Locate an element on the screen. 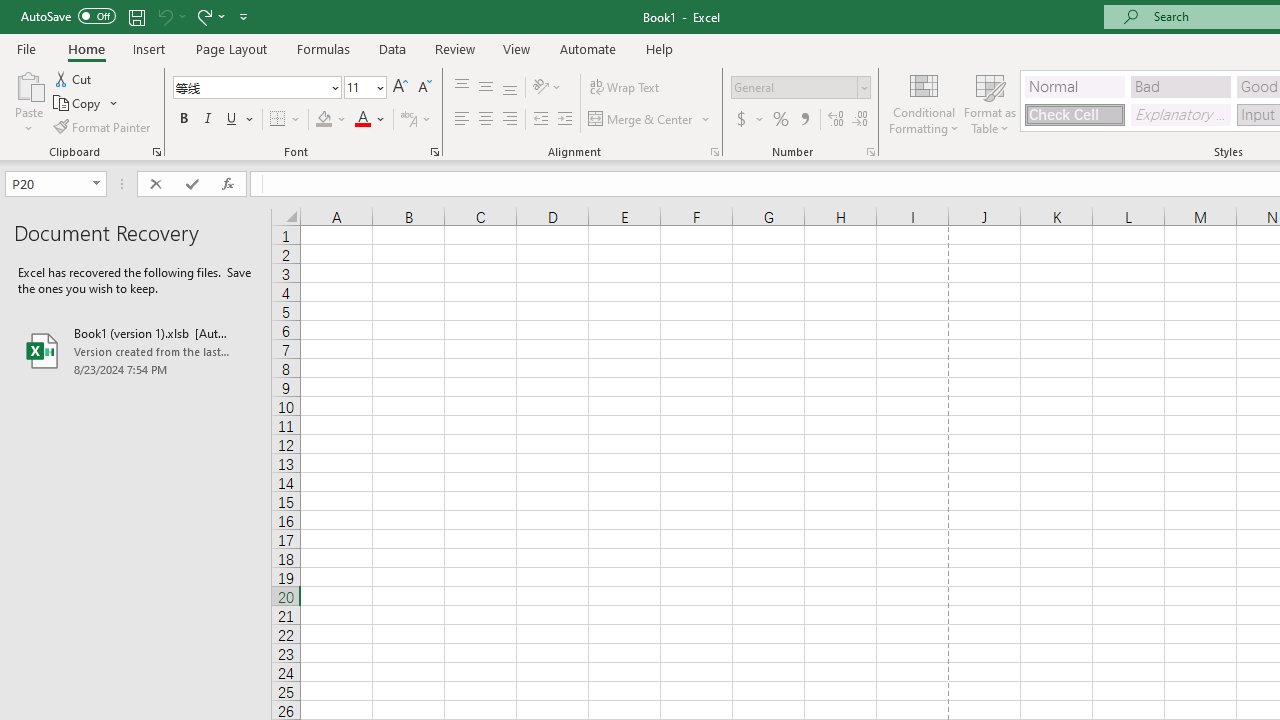 This screenshot has width=1280, height=720. 'Redo' is located at coordinates (203, 16).